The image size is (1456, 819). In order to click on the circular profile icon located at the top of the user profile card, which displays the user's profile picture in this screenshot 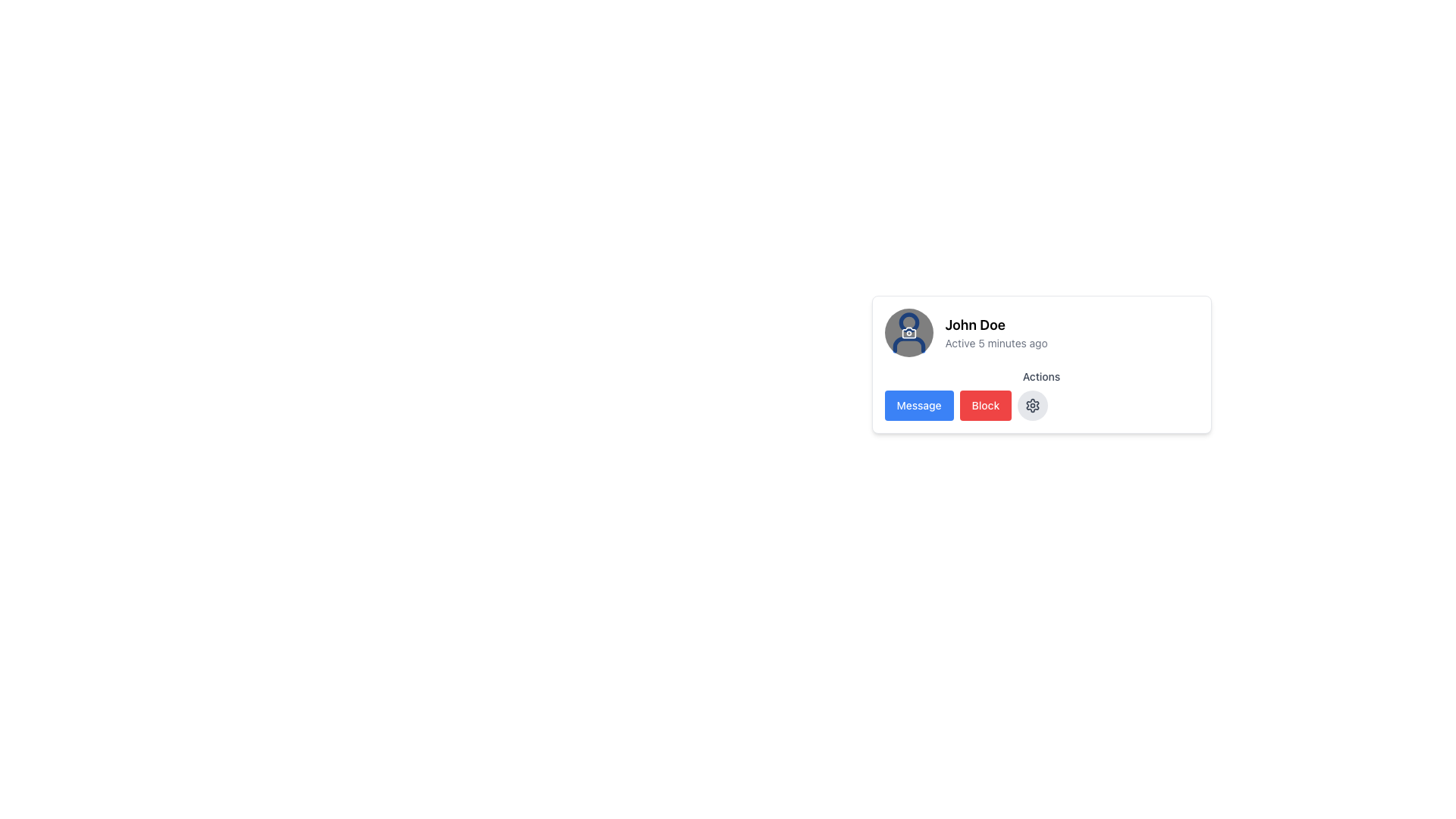, I will do `click(908, 322)`.